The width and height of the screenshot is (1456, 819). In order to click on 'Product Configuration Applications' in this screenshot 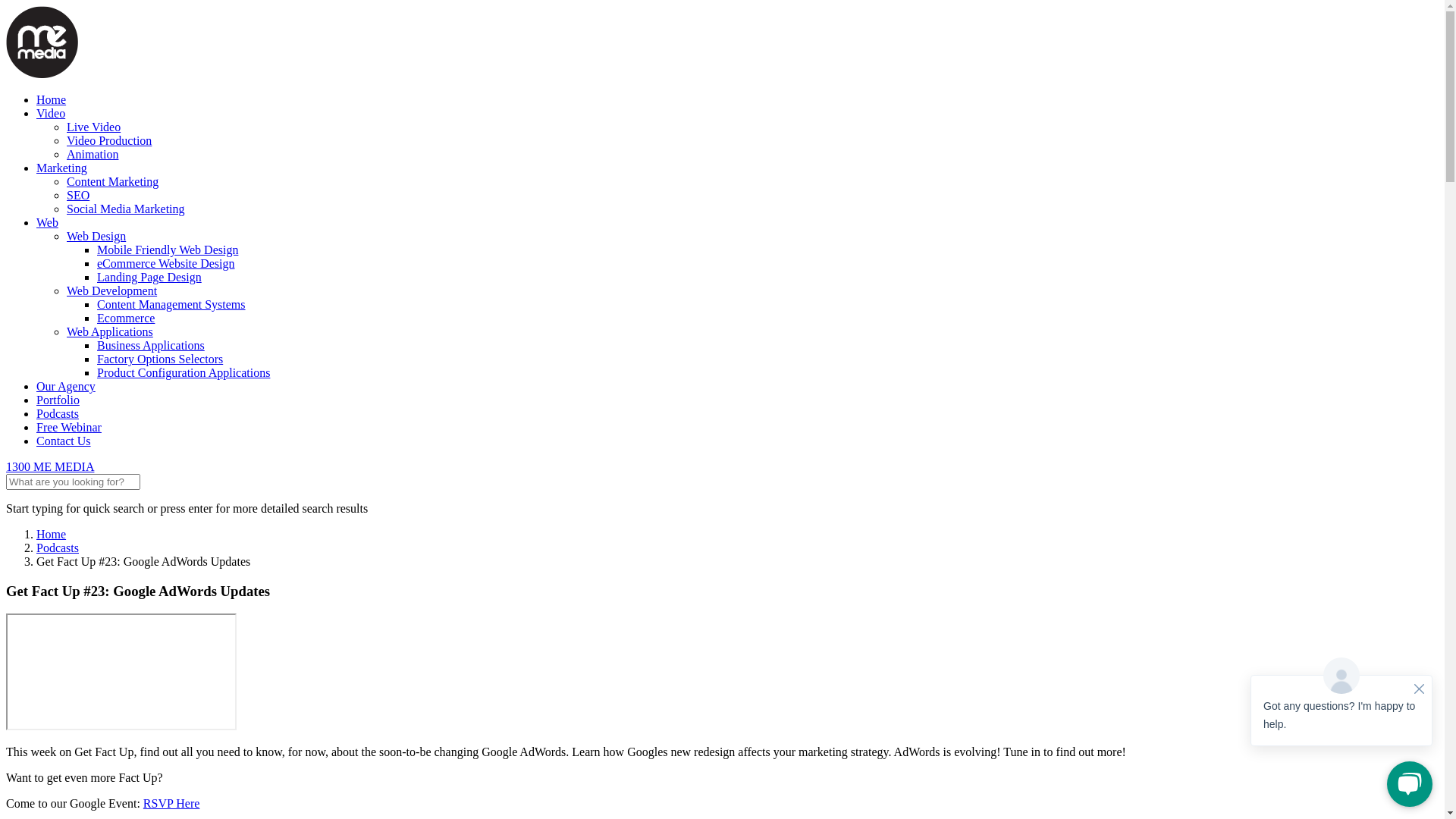, I will do `click(182, 372)`.